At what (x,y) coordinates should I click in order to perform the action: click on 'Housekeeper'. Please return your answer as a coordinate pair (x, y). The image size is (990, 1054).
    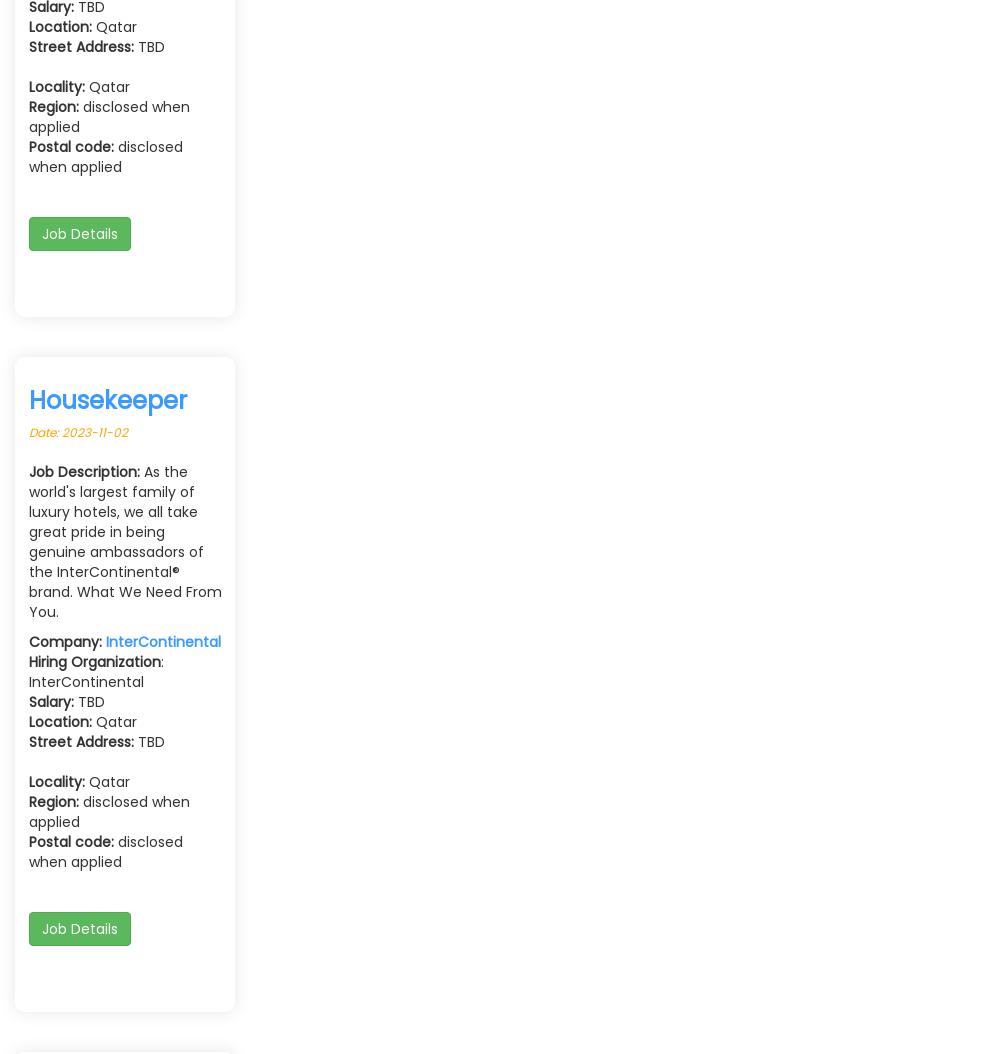
    Looking at the image, I should click on (107, 399).